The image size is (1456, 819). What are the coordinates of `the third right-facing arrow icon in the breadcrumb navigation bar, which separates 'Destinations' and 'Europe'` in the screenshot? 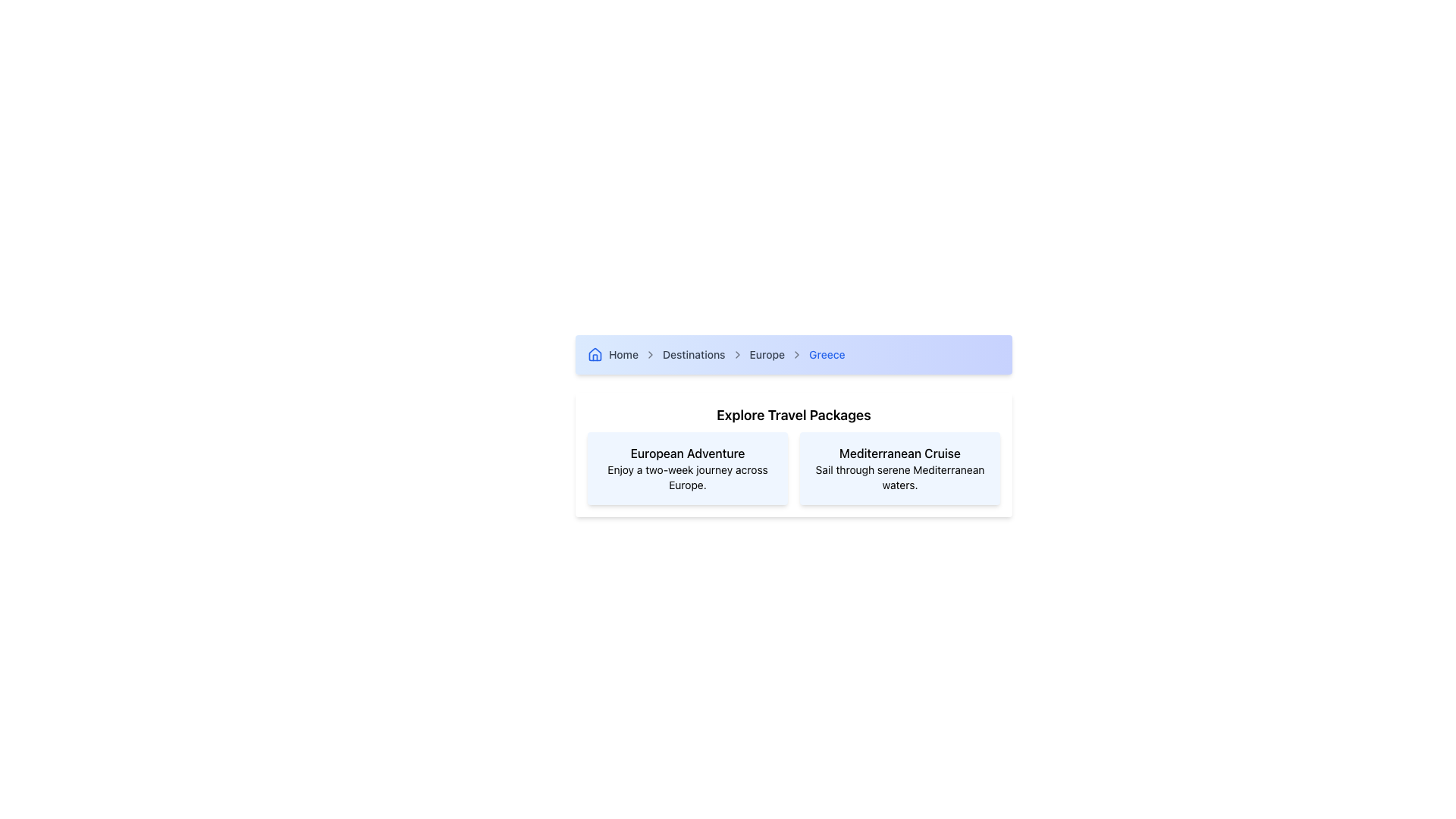 It's located at (737, 354).